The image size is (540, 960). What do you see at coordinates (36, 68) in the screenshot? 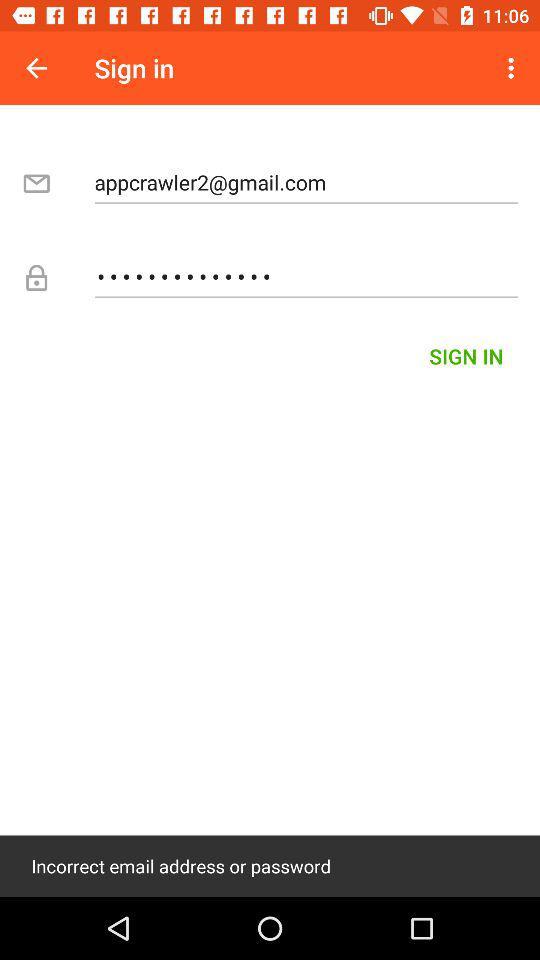
I see `the icon next to sign in` at bounding box center [36, 68].